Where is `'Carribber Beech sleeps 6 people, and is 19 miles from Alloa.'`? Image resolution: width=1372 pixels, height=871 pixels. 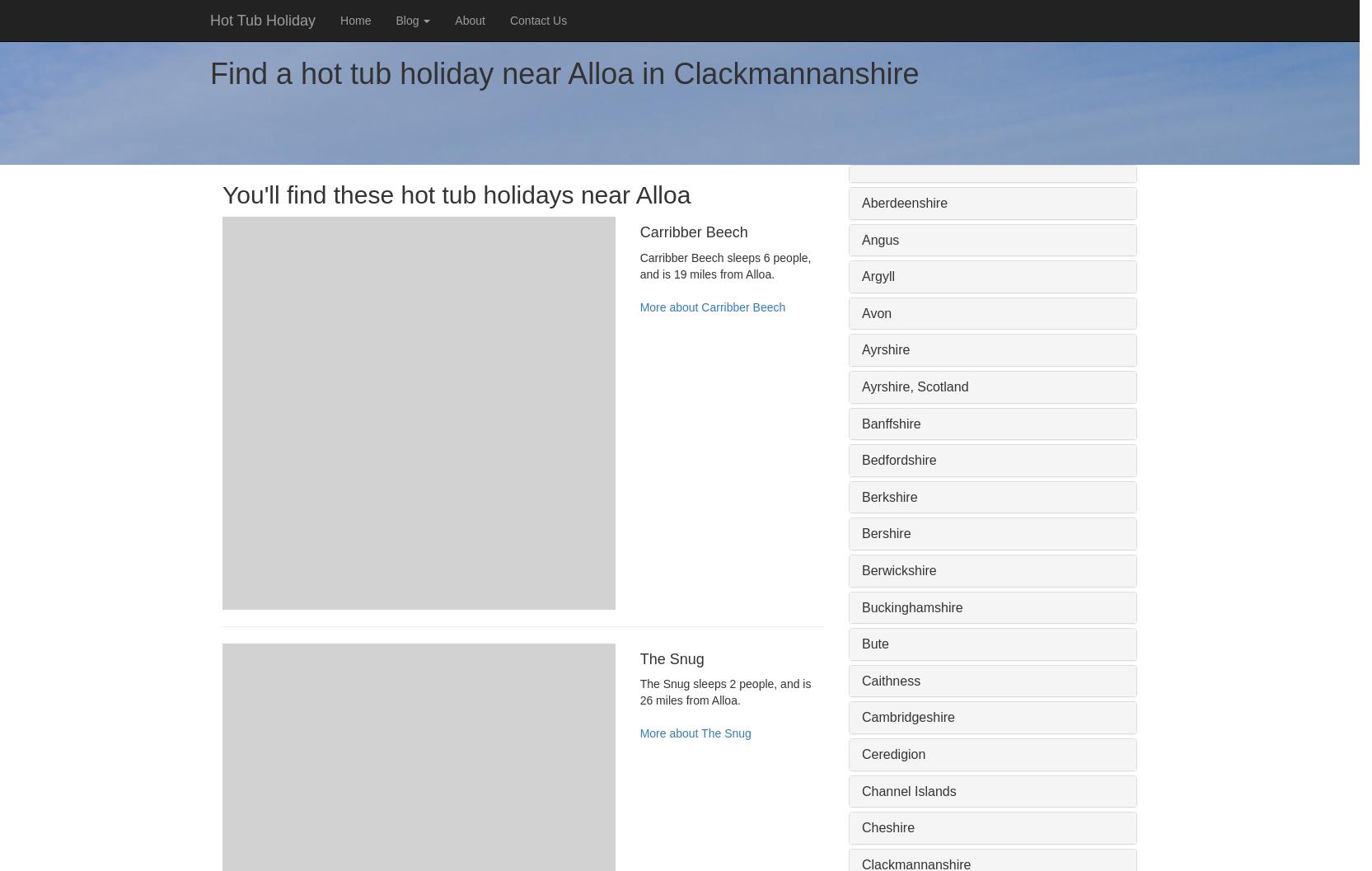 'Carribber Beech sleeps 6 people, and is 19 miles from Alloa.' is located at coordinates (639, 265).